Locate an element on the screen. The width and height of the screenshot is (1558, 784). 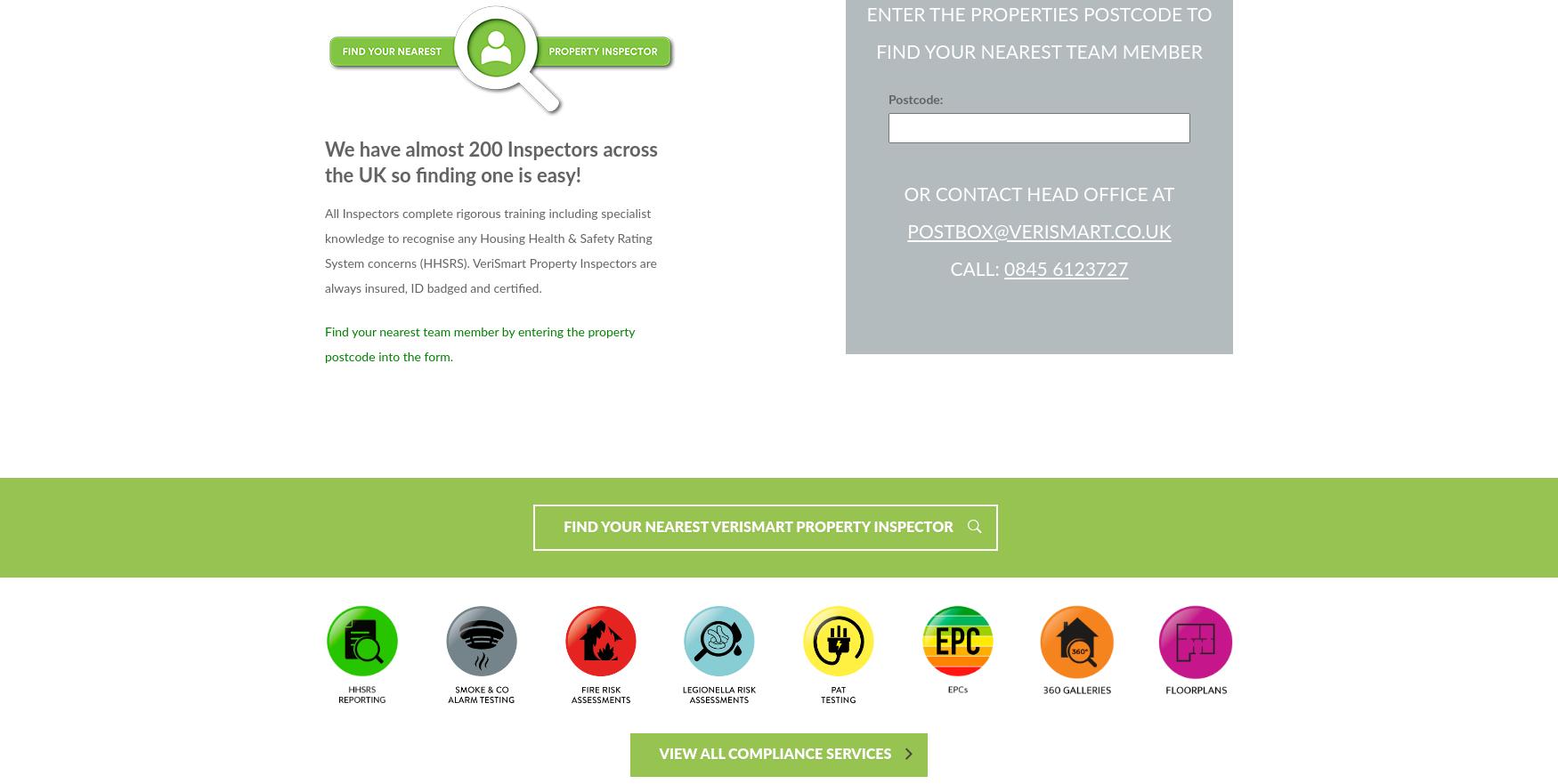
'0845 6123727' is located at coordinates (1066, 268).